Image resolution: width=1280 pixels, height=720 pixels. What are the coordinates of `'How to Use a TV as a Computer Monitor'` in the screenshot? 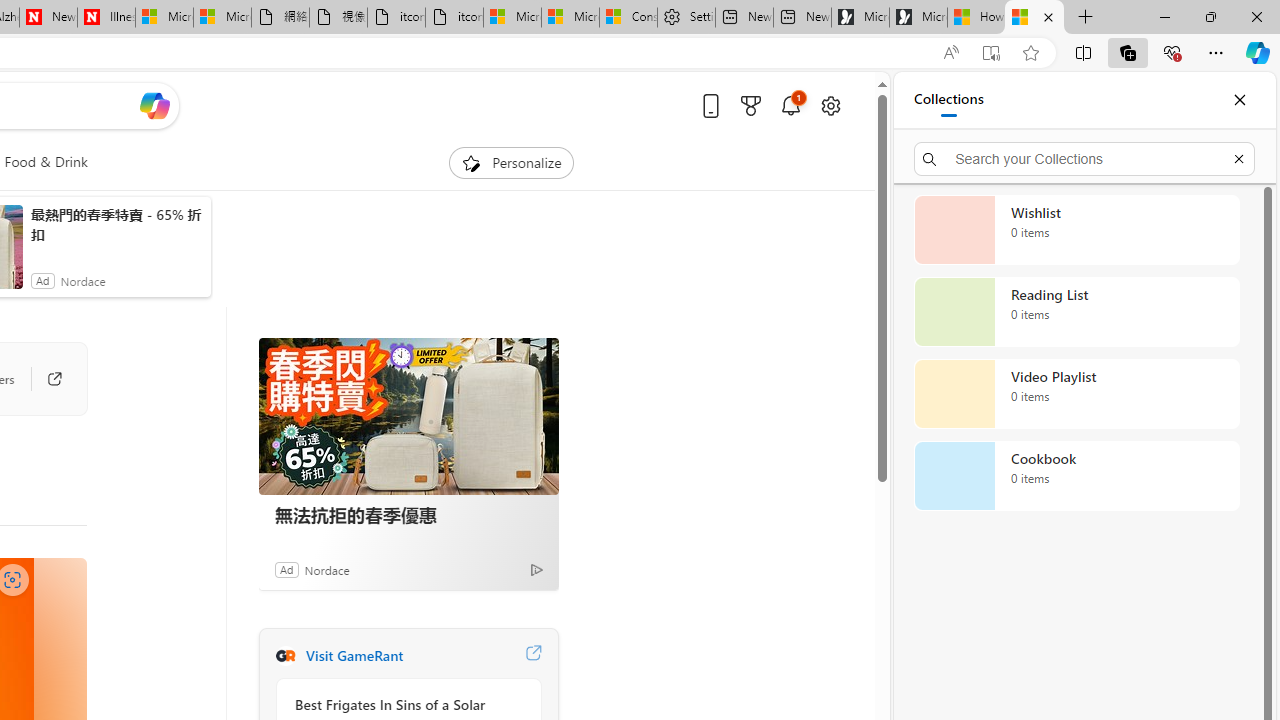 It's located at (1034, 17).